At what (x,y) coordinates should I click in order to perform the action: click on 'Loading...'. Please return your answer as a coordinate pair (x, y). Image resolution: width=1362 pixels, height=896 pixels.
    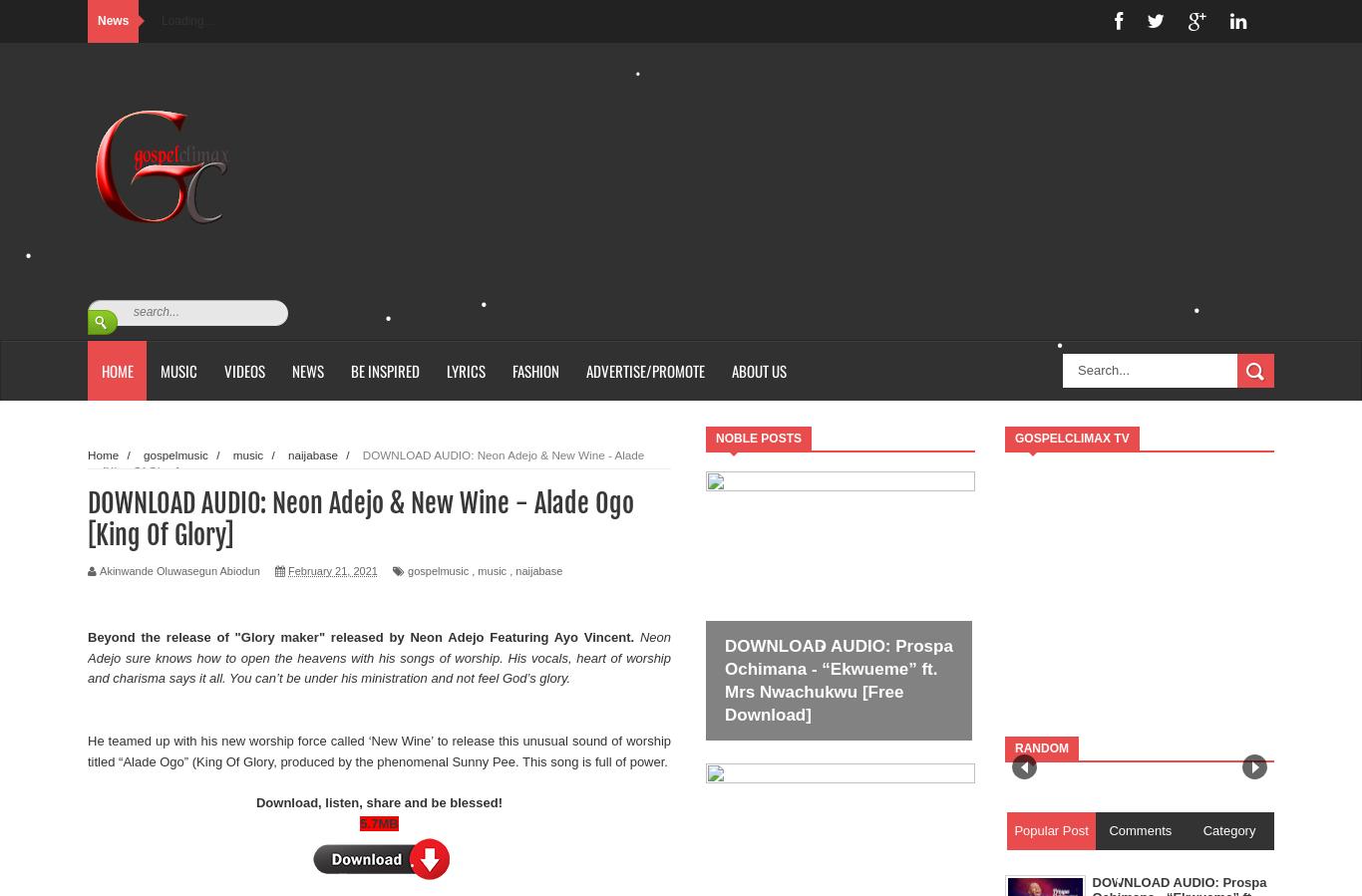
    Looking at the image, I should click on (185, 20).